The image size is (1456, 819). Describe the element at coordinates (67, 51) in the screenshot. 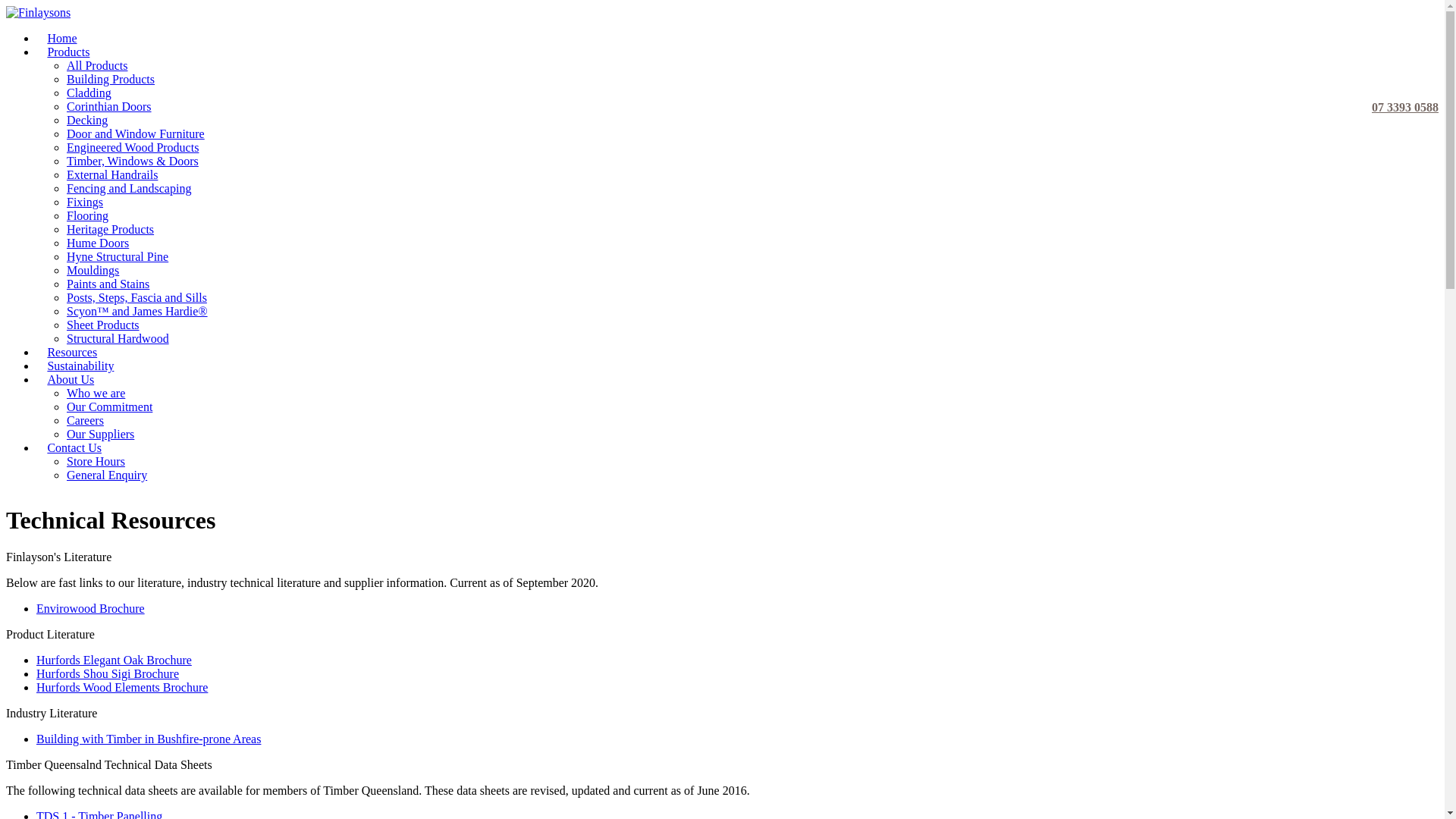

I see `'Products'` at that location.